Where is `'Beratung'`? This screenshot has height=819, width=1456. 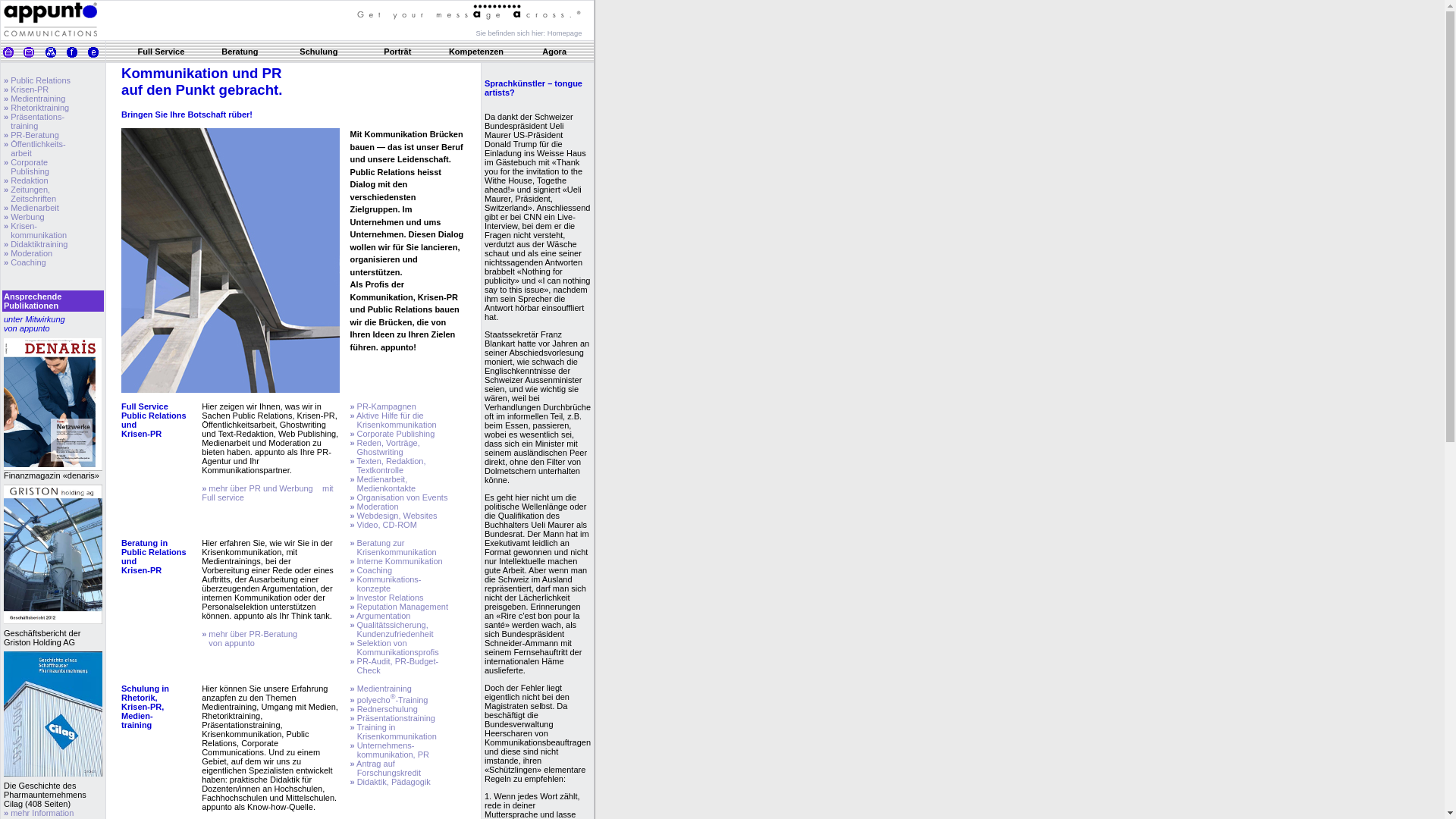 'Beratung' is located at coordinates (239, 51).